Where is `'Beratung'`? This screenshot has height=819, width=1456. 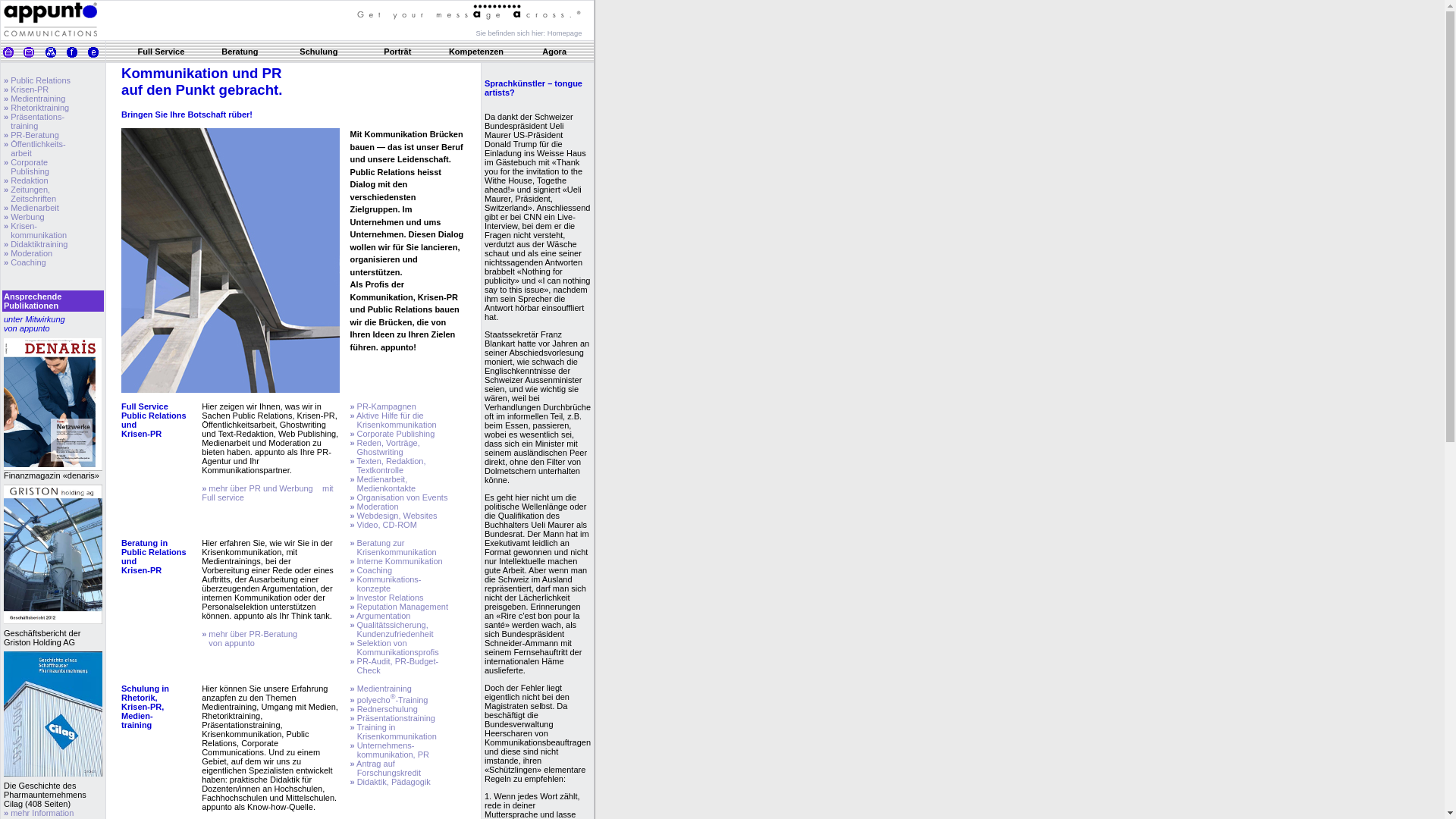 'Beratung' is located at coordinates (239, 51).